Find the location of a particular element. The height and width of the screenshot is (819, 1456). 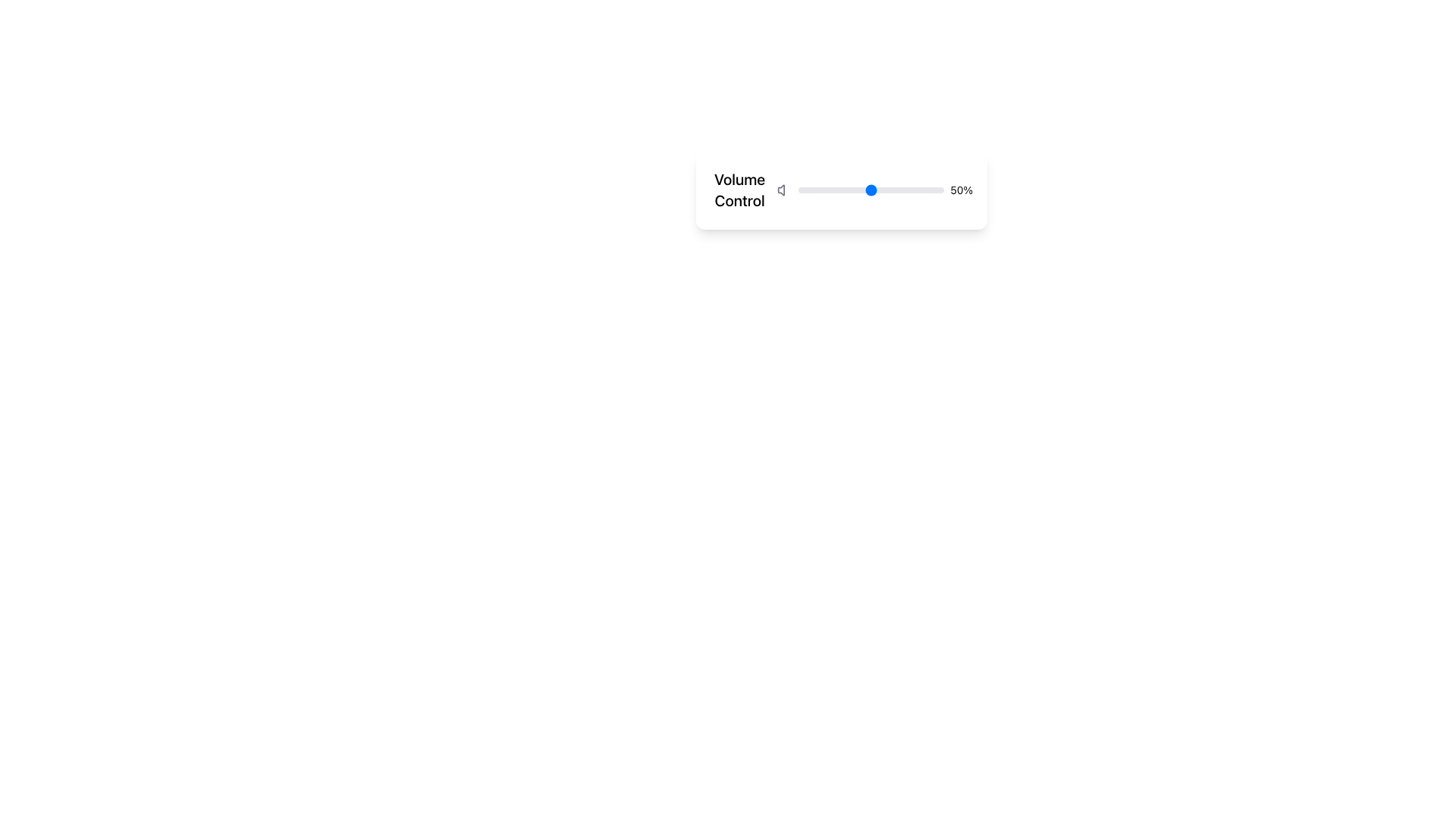

the slider is located at coordinates (818, 189).